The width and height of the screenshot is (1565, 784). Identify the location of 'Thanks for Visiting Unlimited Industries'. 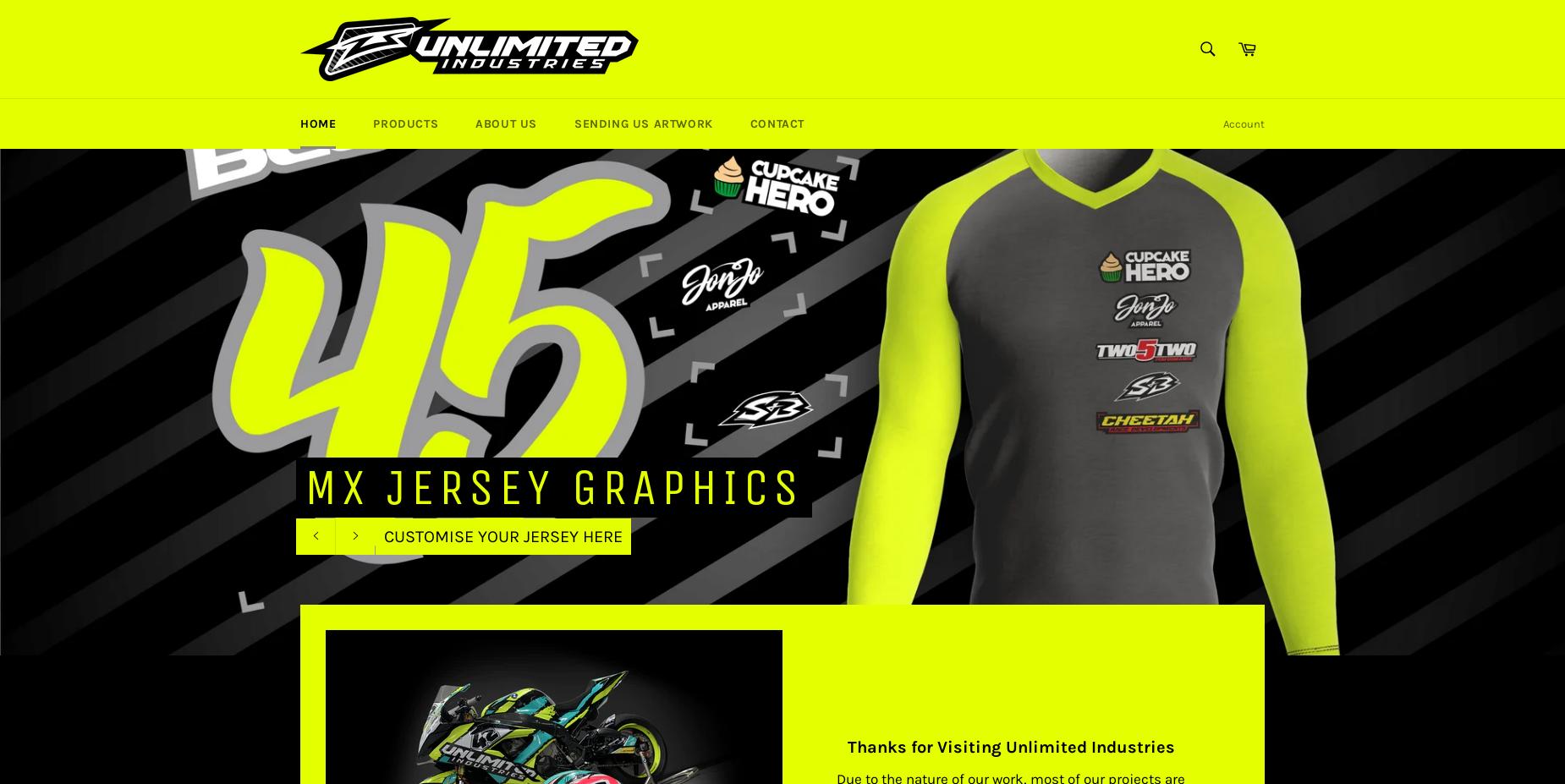
(1009, 747).